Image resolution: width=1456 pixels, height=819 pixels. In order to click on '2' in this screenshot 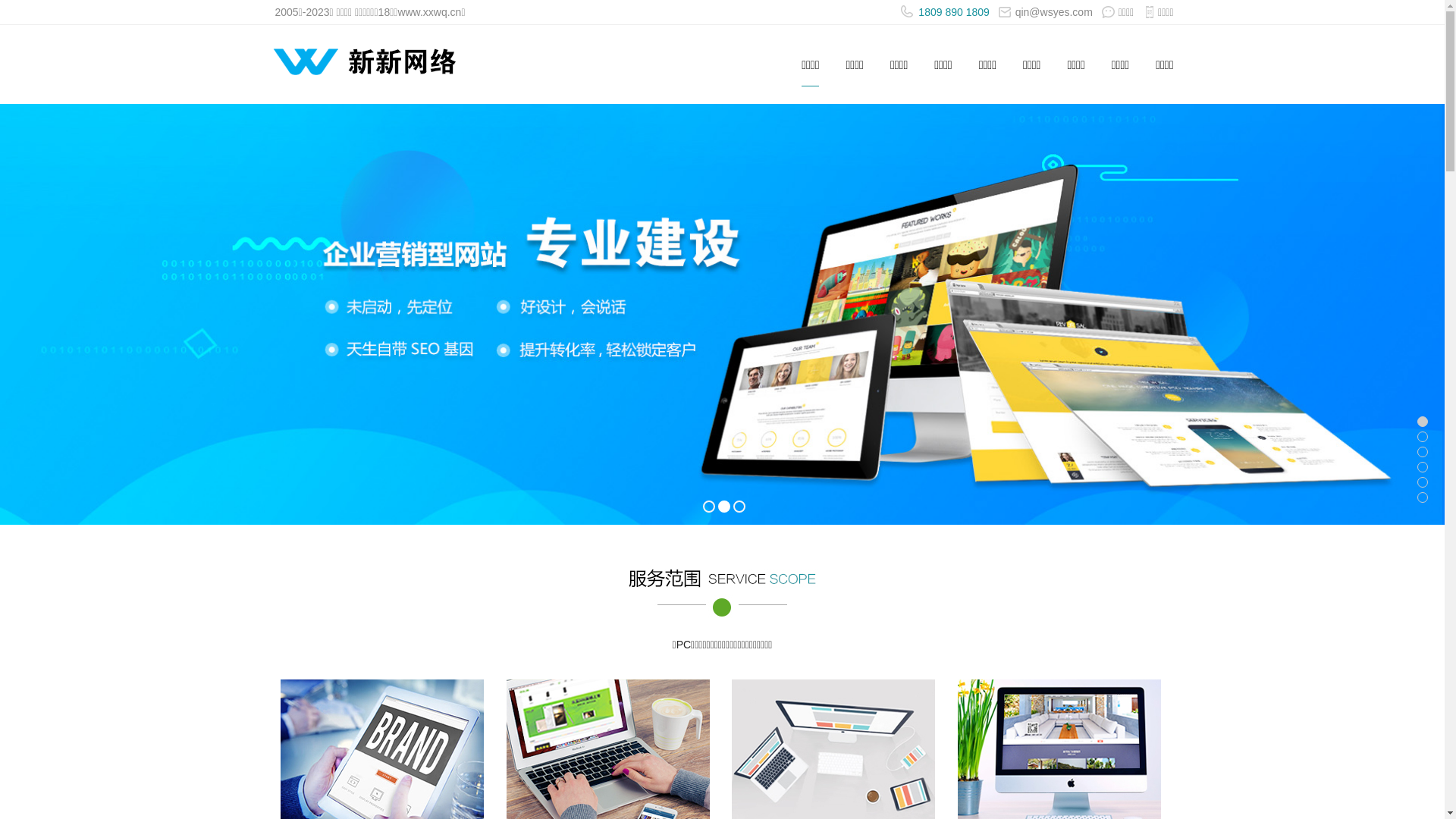, I will do `click(723, 506)`.